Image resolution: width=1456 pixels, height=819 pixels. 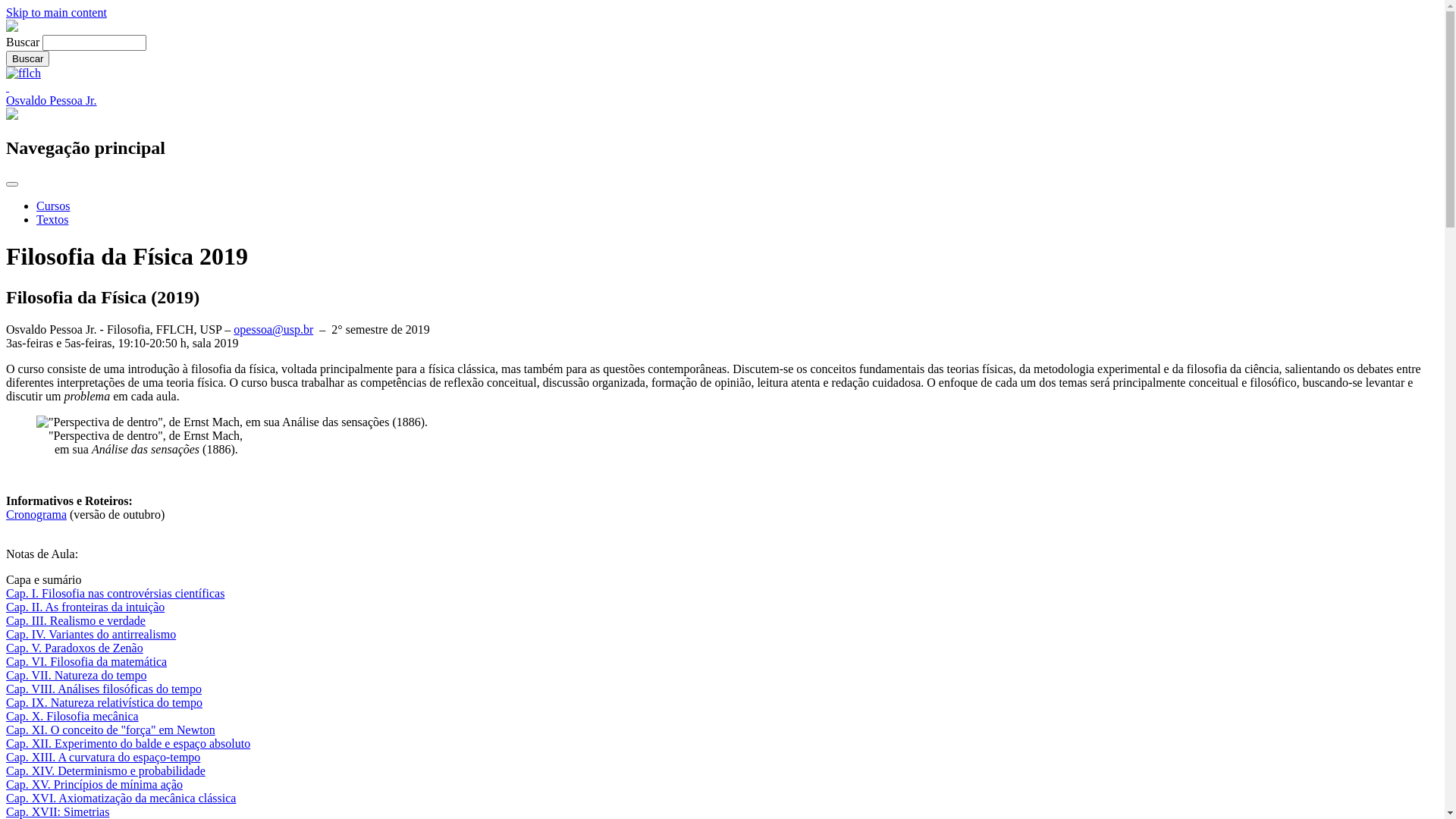 I want to click on 'Osvaldo Pessoa Jr.', so click(x=6, y=100).